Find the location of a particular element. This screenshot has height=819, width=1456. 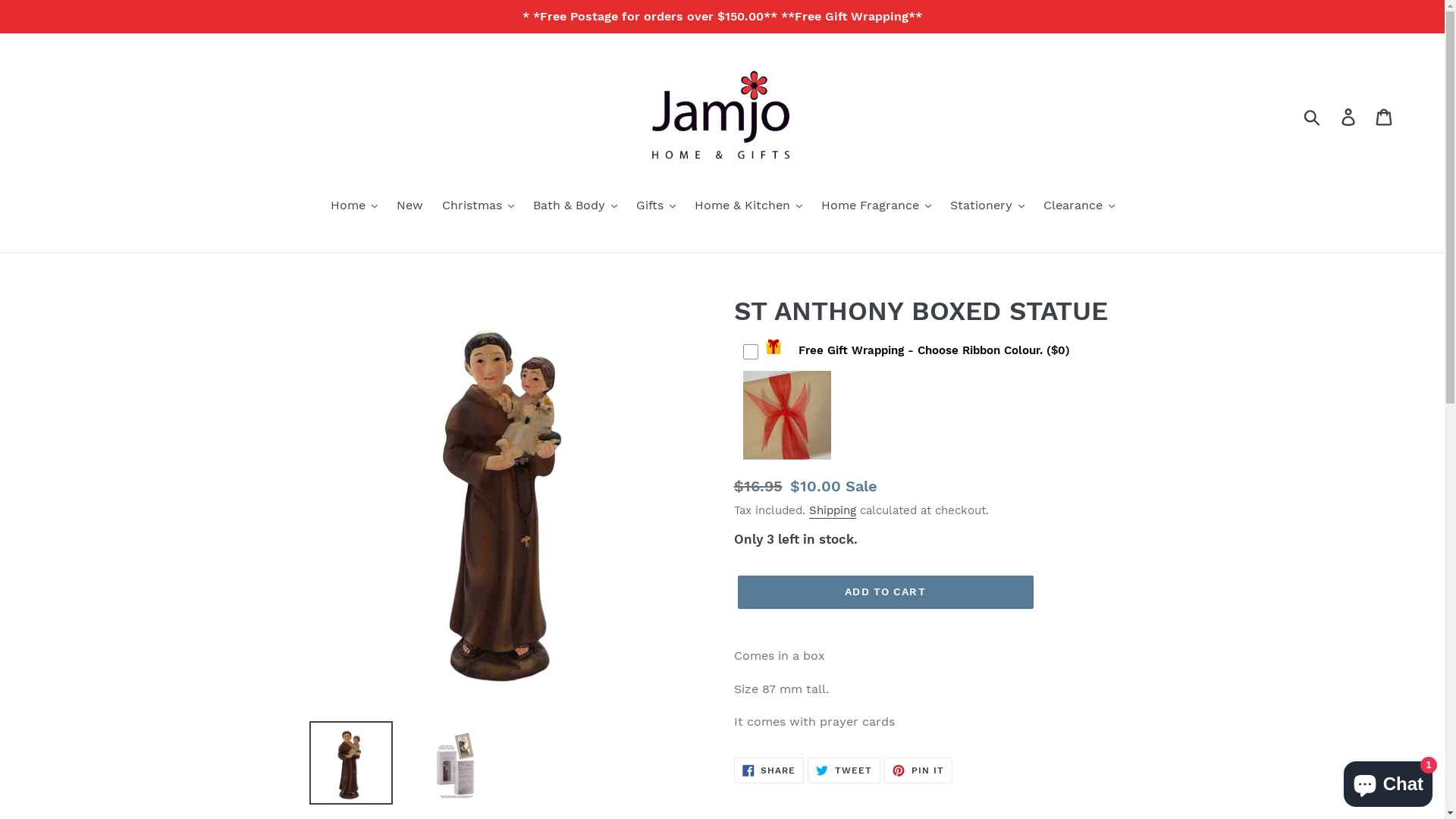

'TWEET is located at coordinates (843, 770).